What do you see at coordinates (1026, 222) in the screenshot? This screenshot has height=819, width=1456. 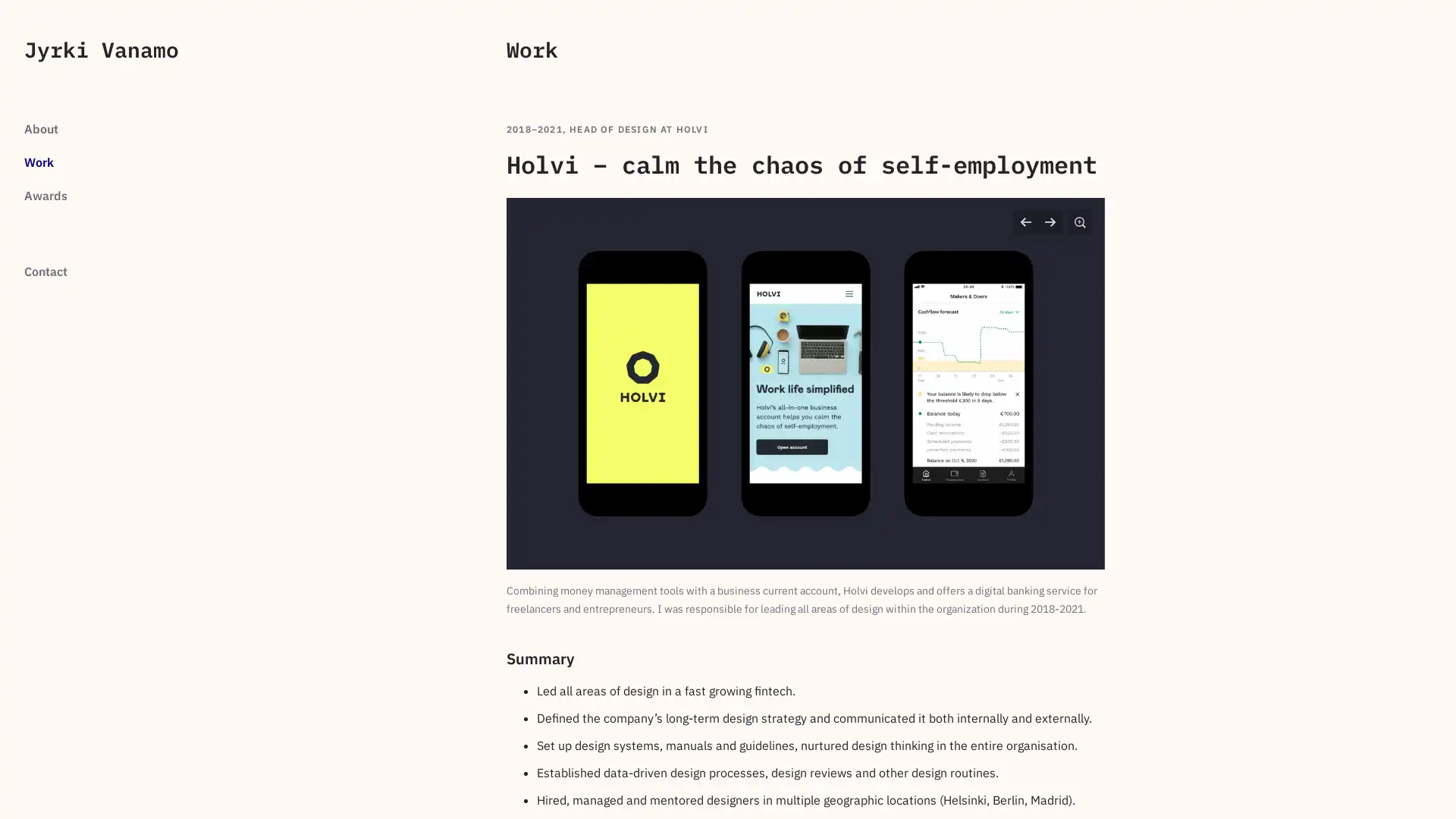 I see `Previous slide` at bounding box center [1026, 222].